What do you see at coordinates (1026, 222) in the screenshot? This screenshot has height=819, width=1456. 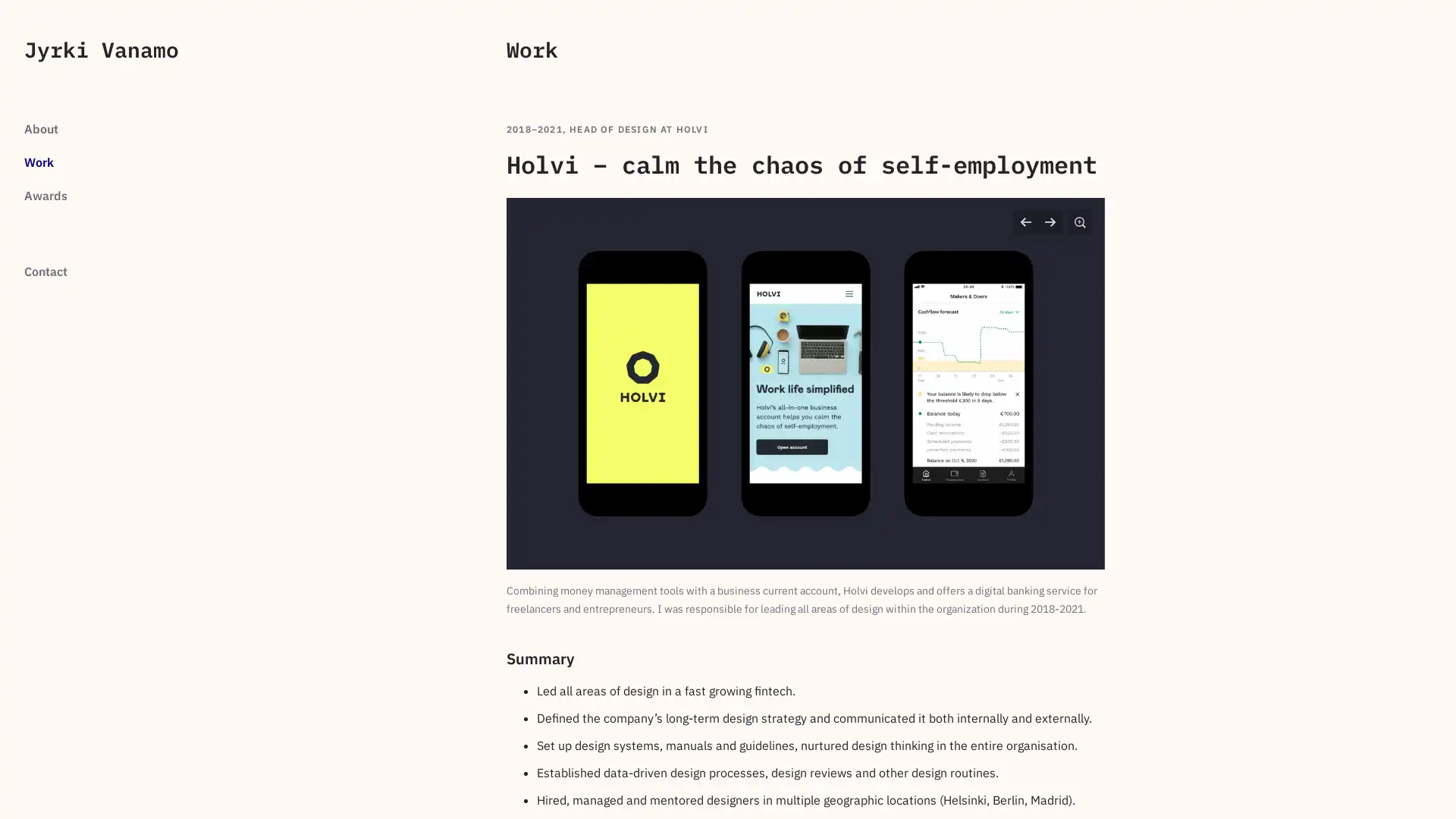 I see `Previous slide` at bounding box center [1026, 222].